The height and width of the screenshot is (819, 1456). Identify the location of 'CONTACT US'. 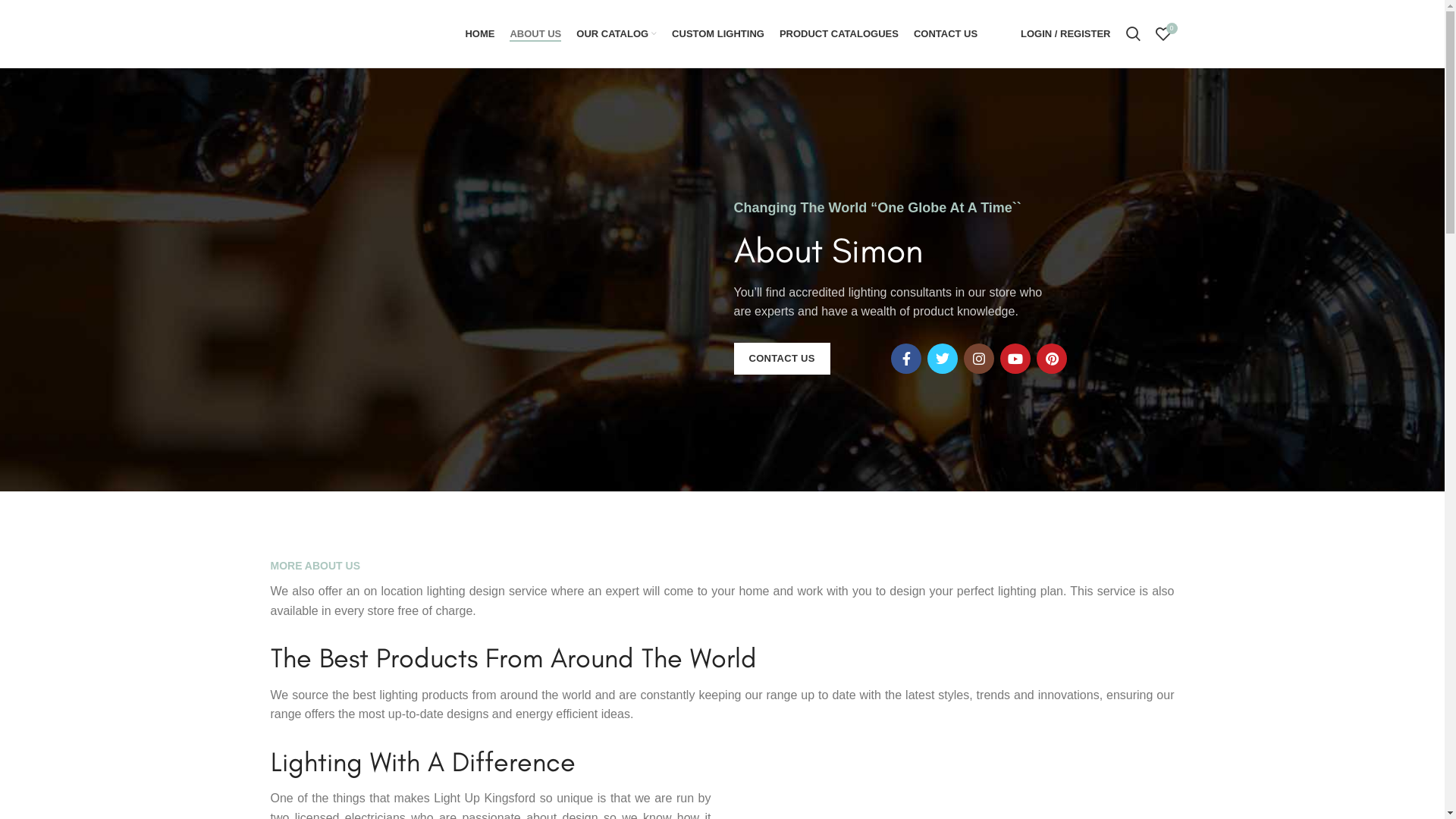
(782, 359).